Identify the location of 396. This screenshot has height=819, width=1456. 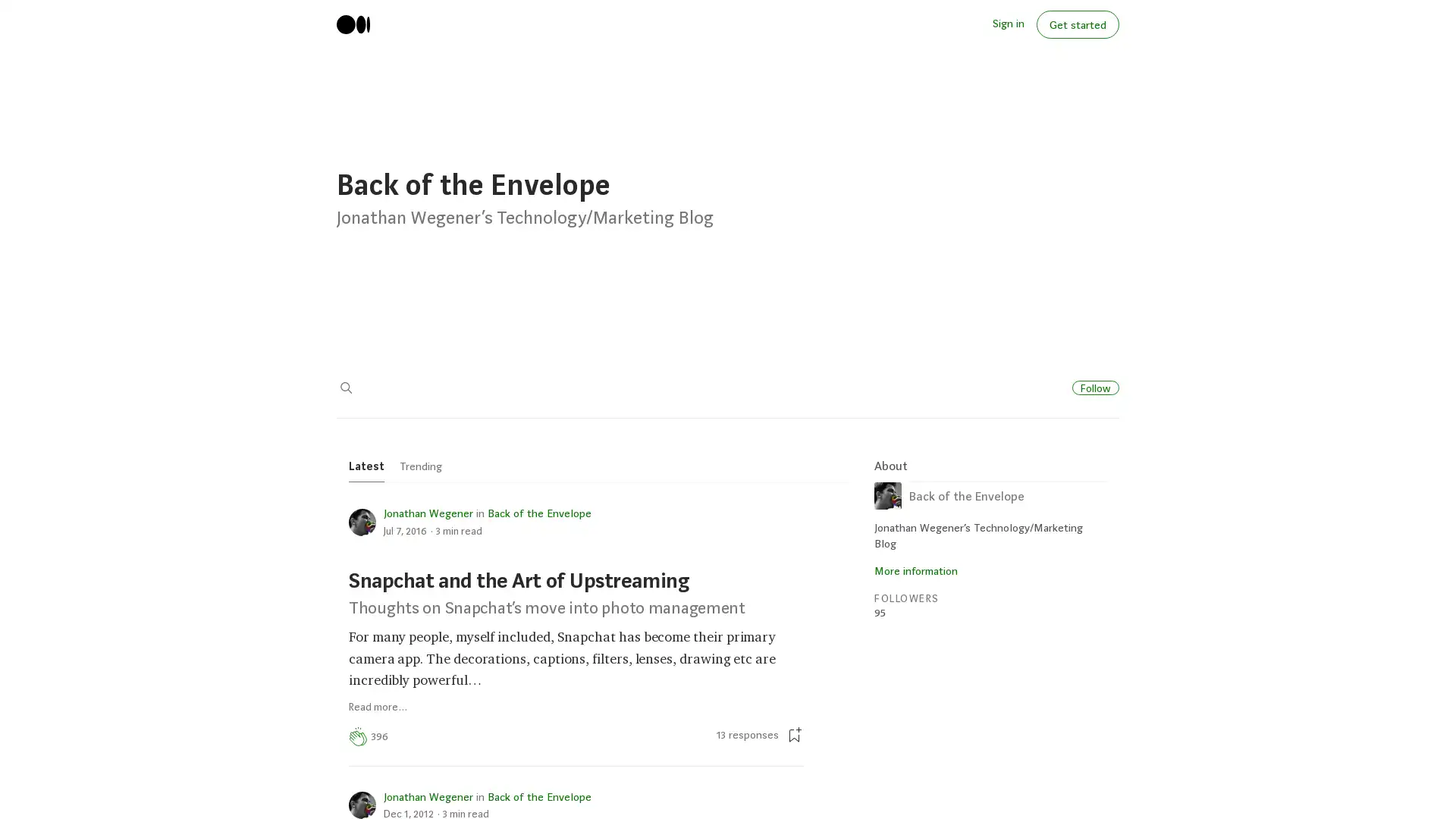
(379, 736).